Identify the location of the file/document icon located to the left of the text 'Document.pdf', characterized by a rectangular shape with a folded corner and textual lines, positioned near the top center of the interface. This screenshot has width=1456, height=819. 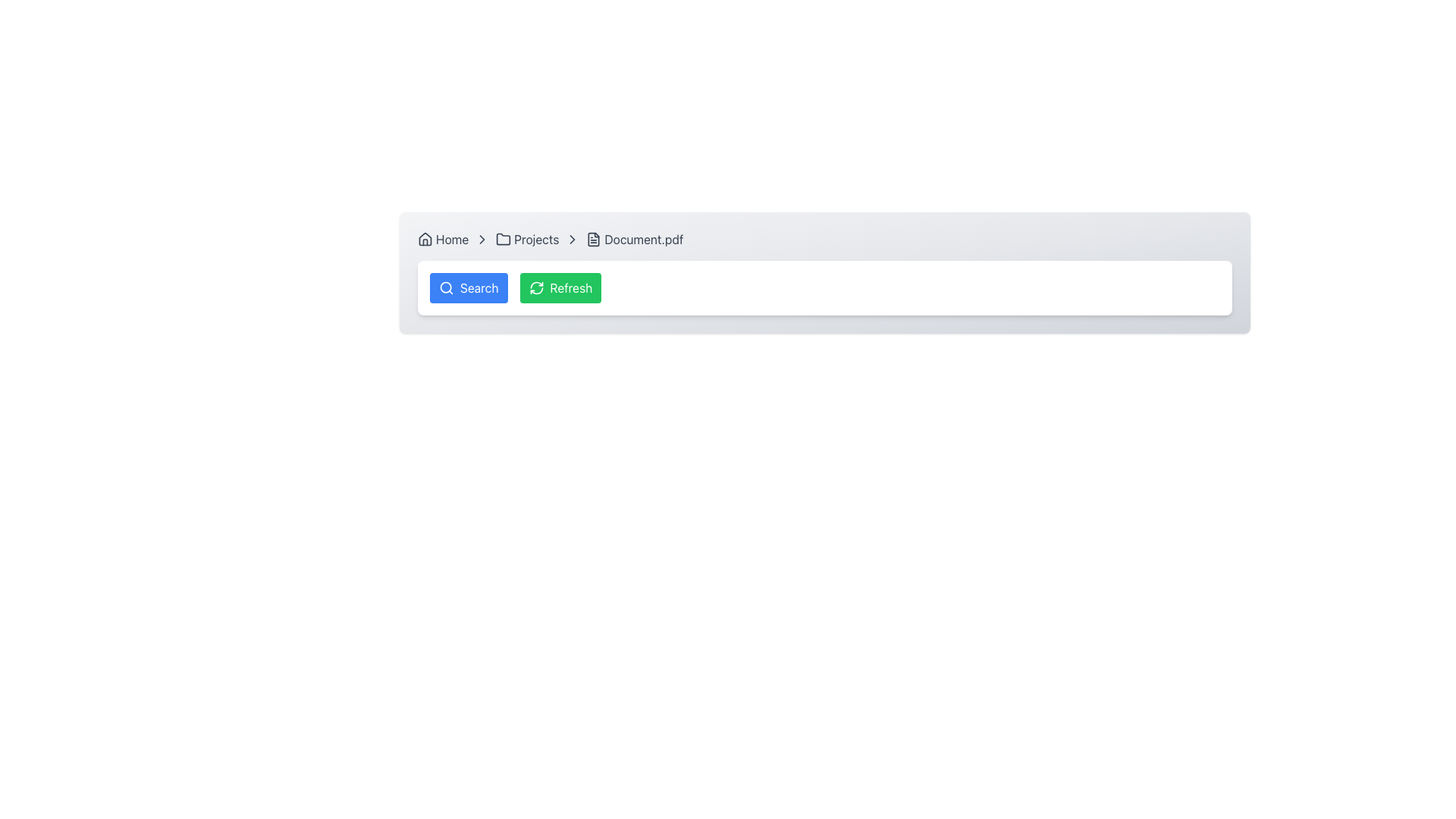
(593, 239).